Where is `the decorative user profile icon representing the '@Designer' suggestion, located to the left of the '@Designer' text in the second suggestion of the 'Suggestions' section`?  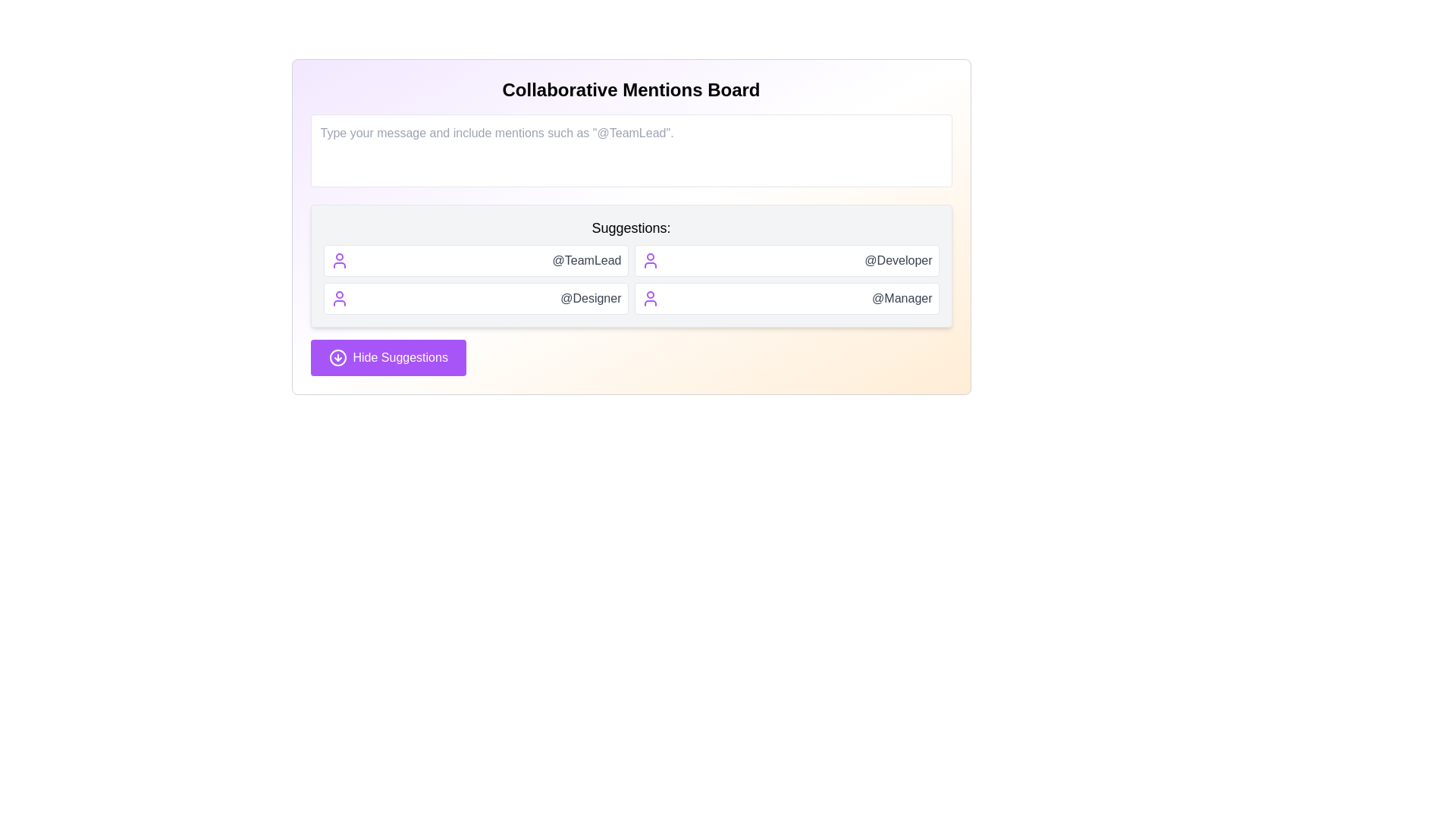
the decorative user profile icon representing the '@Designer' suggestion, located to the left of the '@Designer' text in the second suggestion of the 'Suggestions' section is located at coordinates (338, 298).